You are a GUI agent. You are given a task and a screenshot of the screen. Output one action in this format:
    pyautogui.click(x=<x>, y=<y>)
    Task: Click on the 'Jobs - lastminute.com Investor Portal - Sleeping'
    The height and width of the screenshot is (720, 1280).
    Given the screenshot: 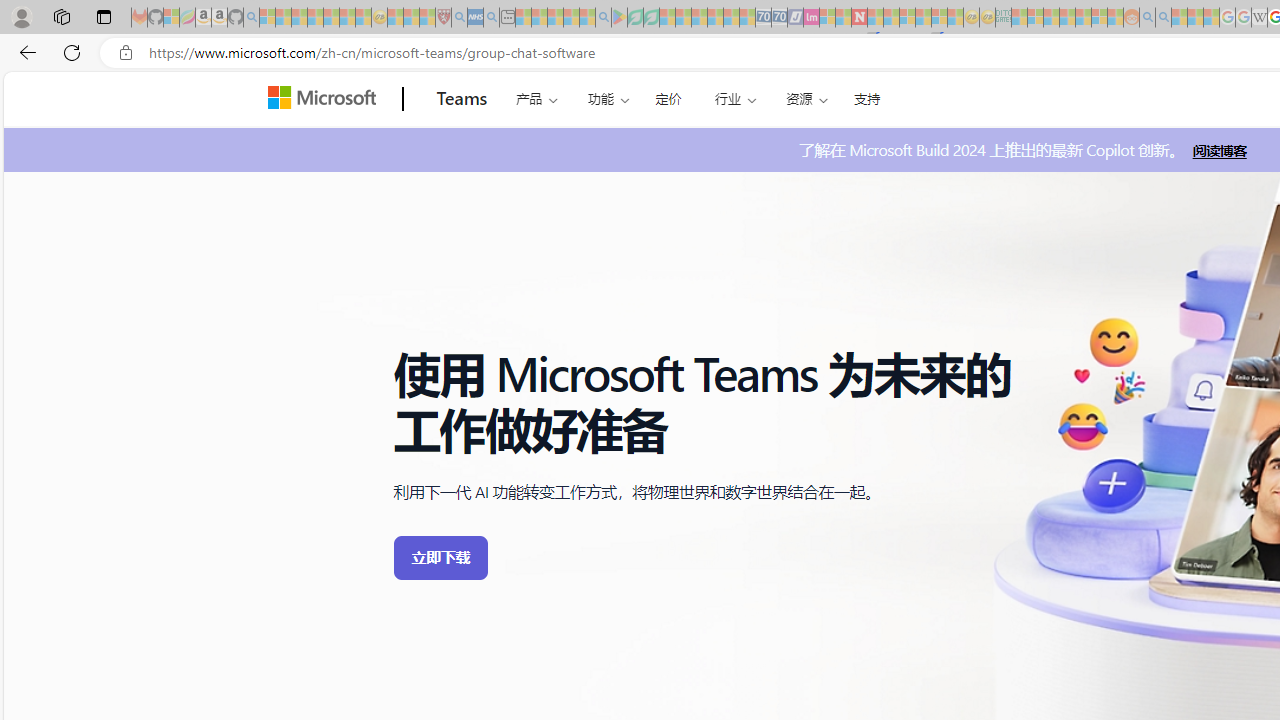 What is the action you would take?
    pyautogui.click(x=811, y=17)
    